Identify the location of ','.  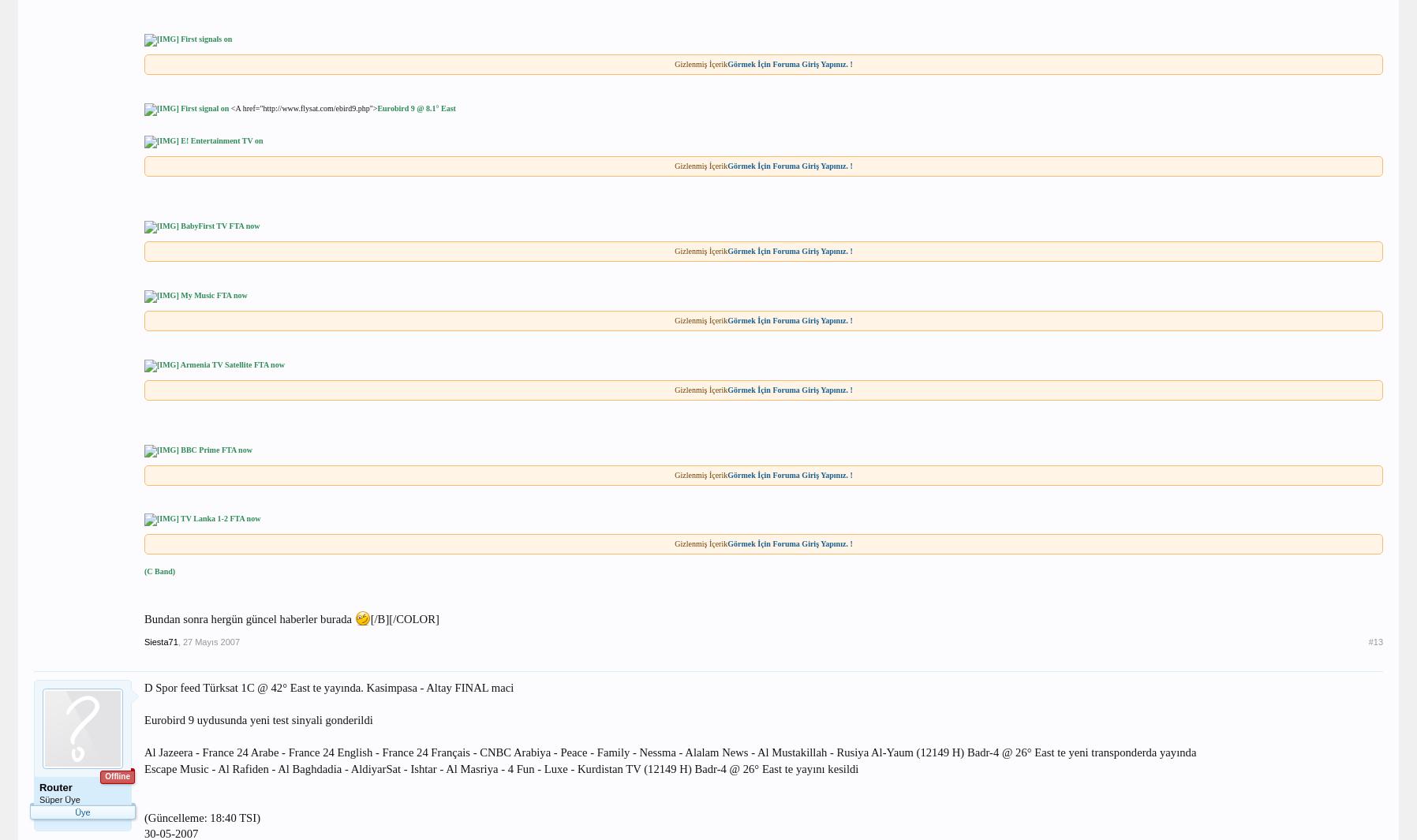
(178, 641).